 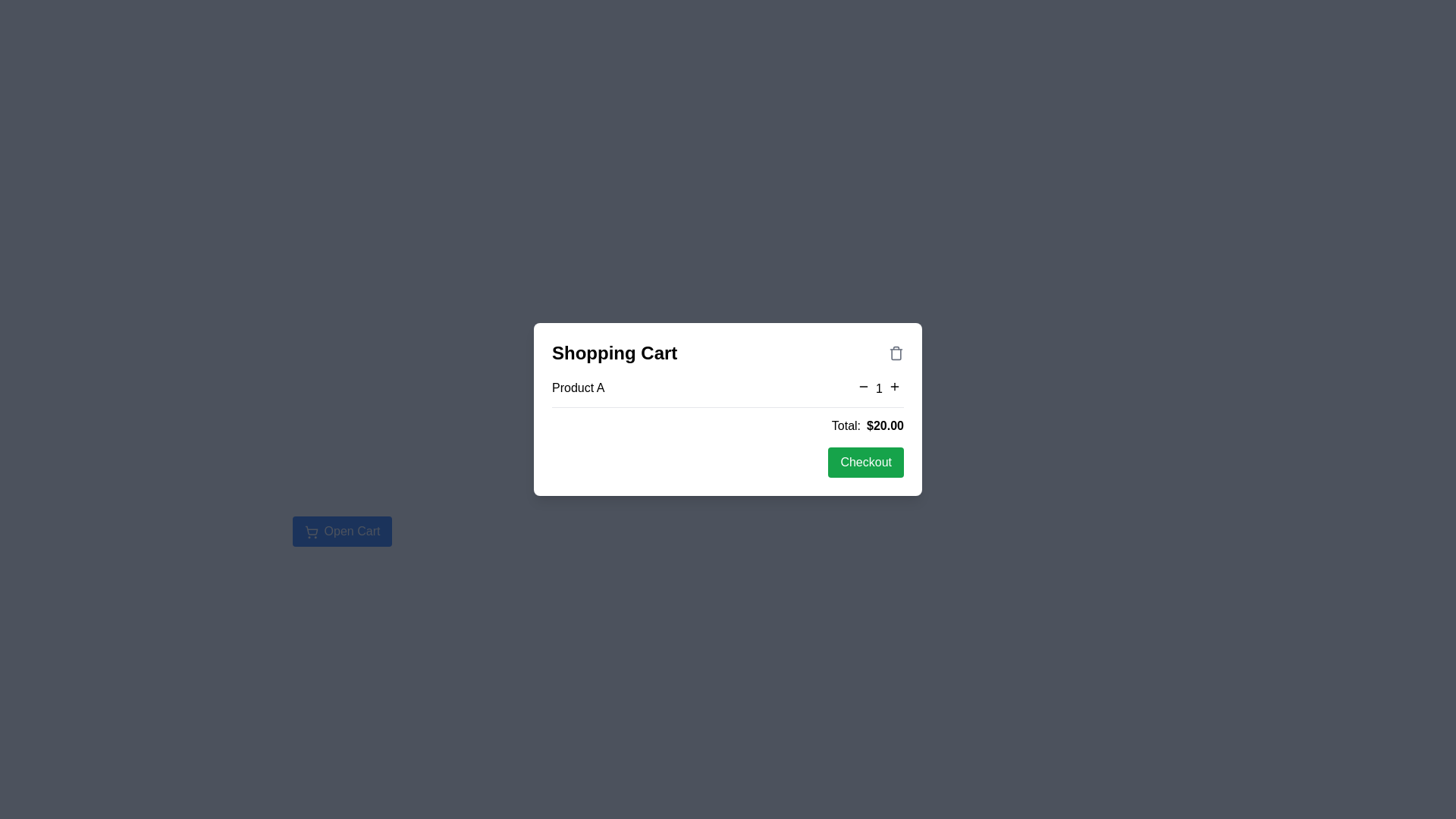 I want to click on the static text label 'Product A' located on the left side of the shopping cart interface, so click(x=577, y=387).